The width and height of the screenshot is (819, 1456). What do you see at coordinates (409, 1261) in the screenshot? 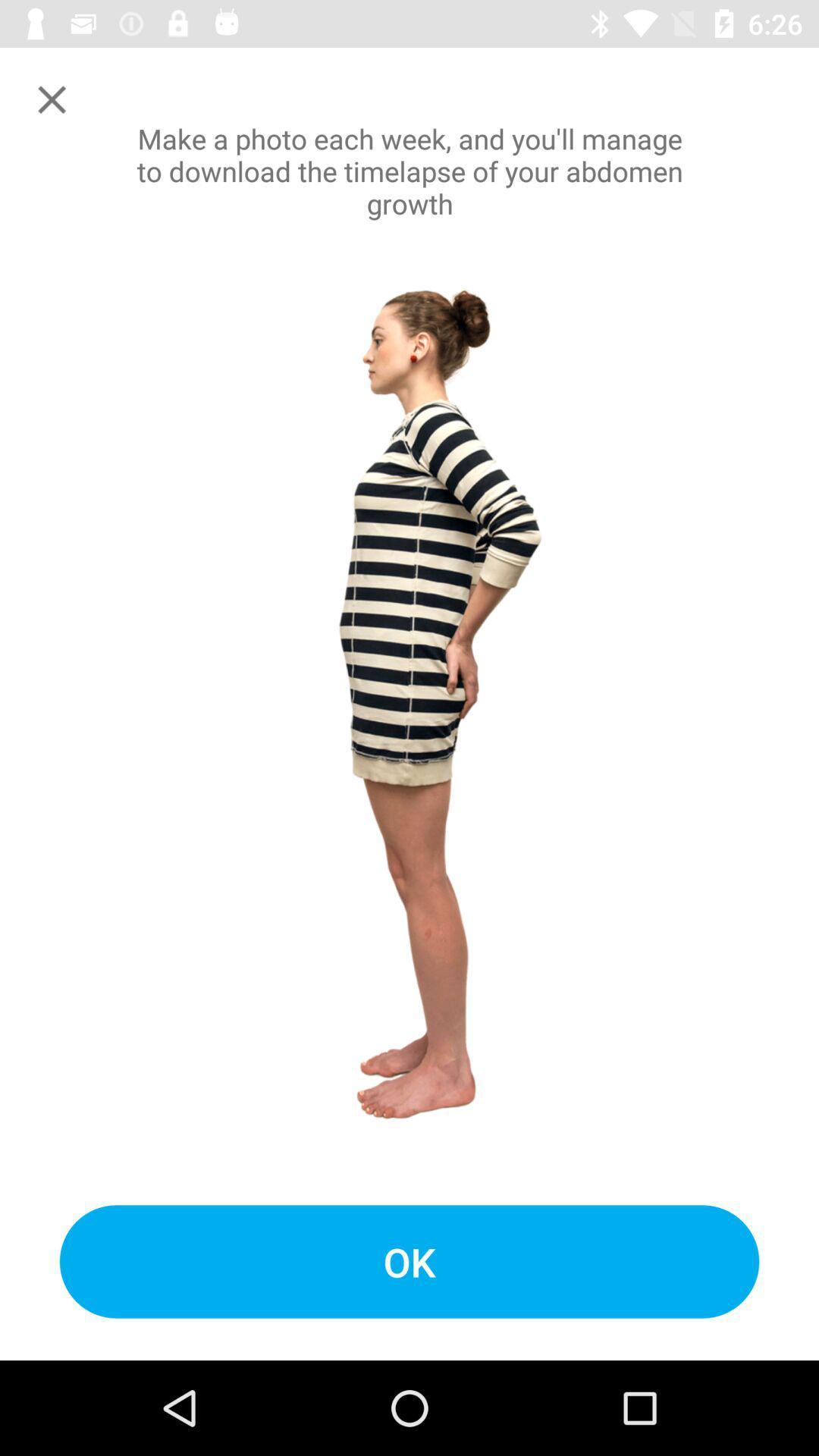
I see `the ok icon` at bounding box center [409, 1261].